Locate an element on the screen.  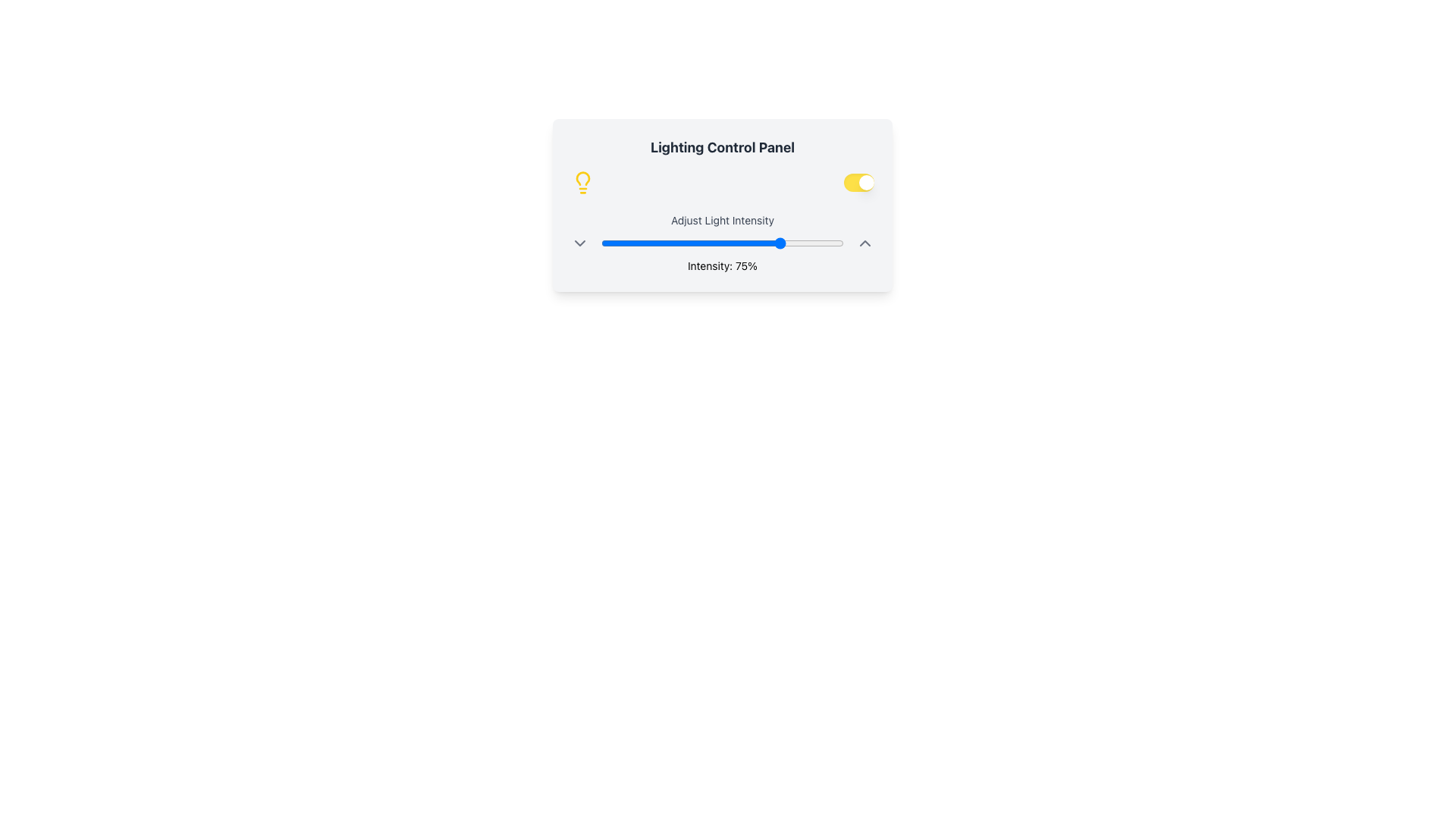
the chevron-up icon button located at the far-right end of the horizontal layout grouping is located at coordinates (865, 242).